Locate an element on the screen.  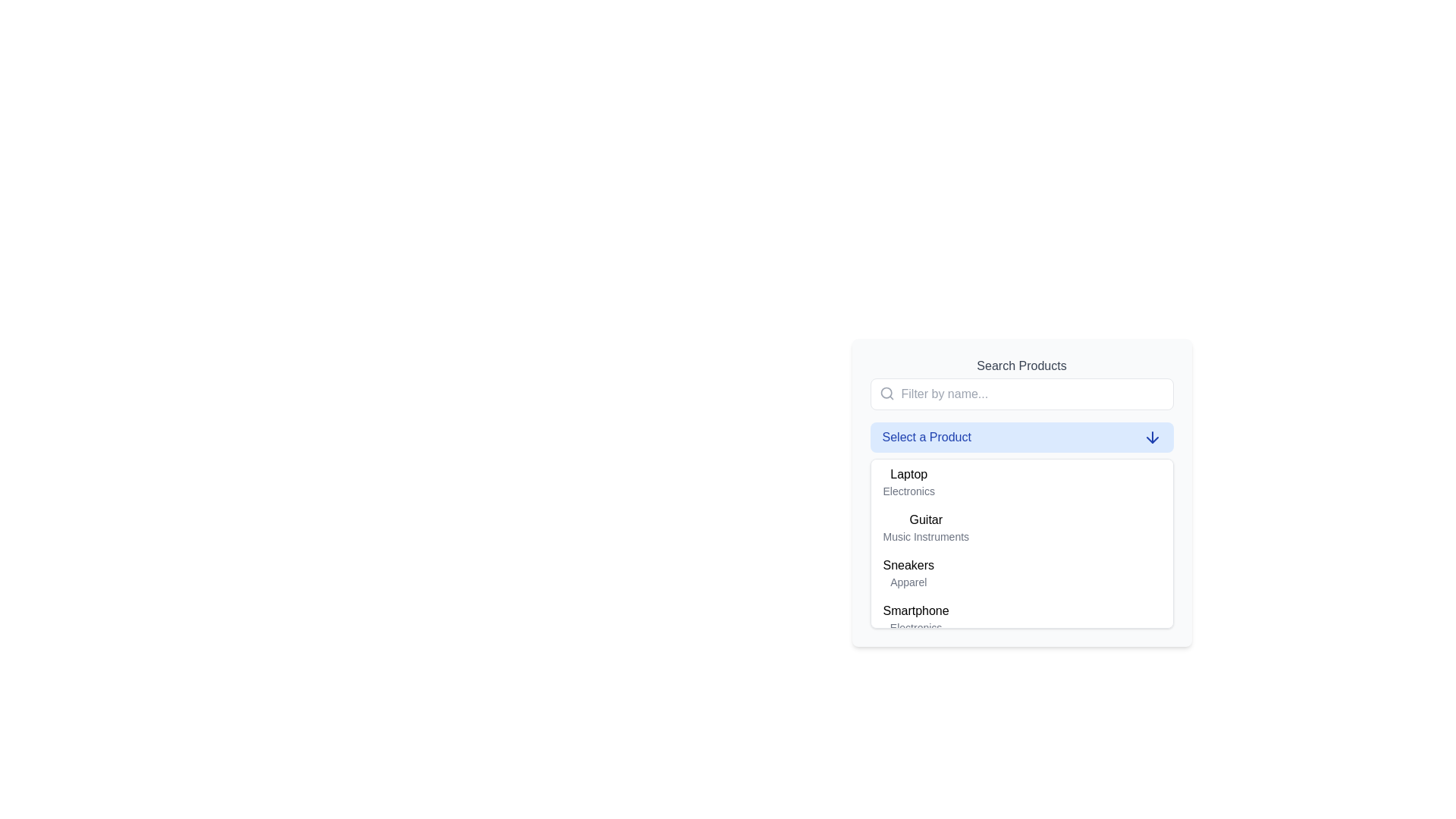
the downward arrow icon representing the dropdown indicator located at the far right of the 'Select a Product' area is located at coordinates (1152, 438).